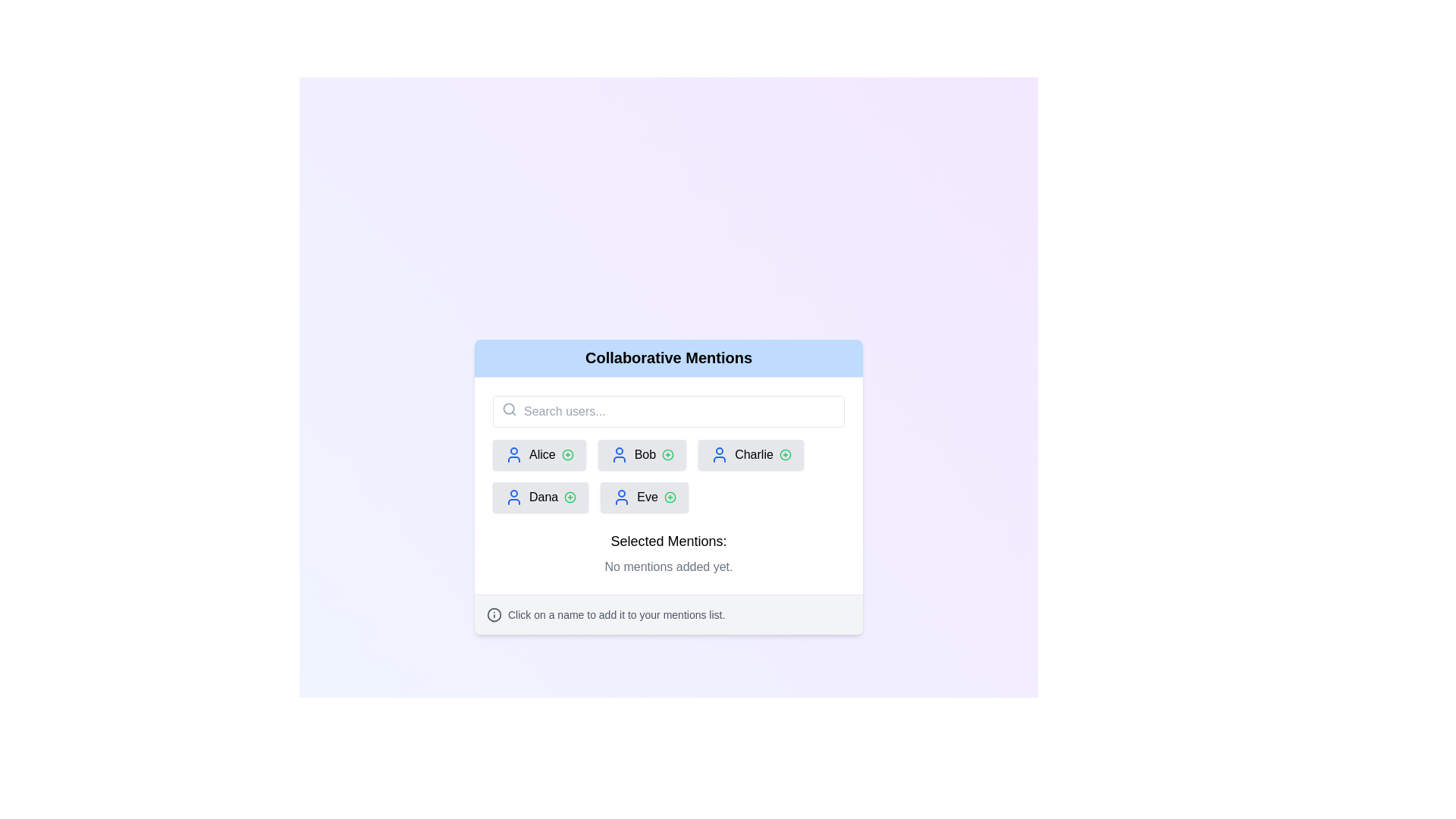  I want to click on the button, so click(642, 453).